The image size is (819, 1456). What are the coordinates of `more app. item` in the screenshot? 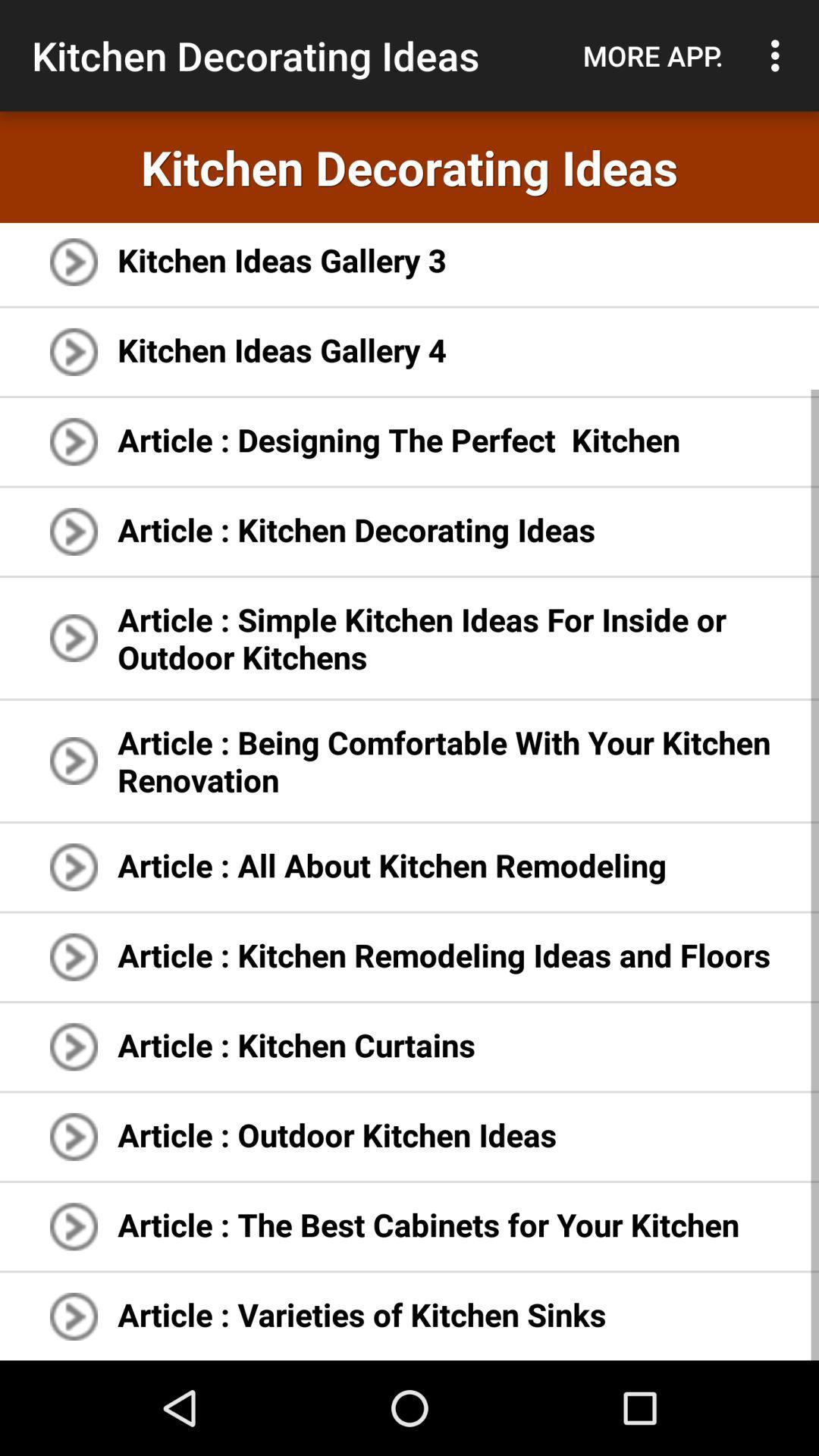 It's located at (652, 55).